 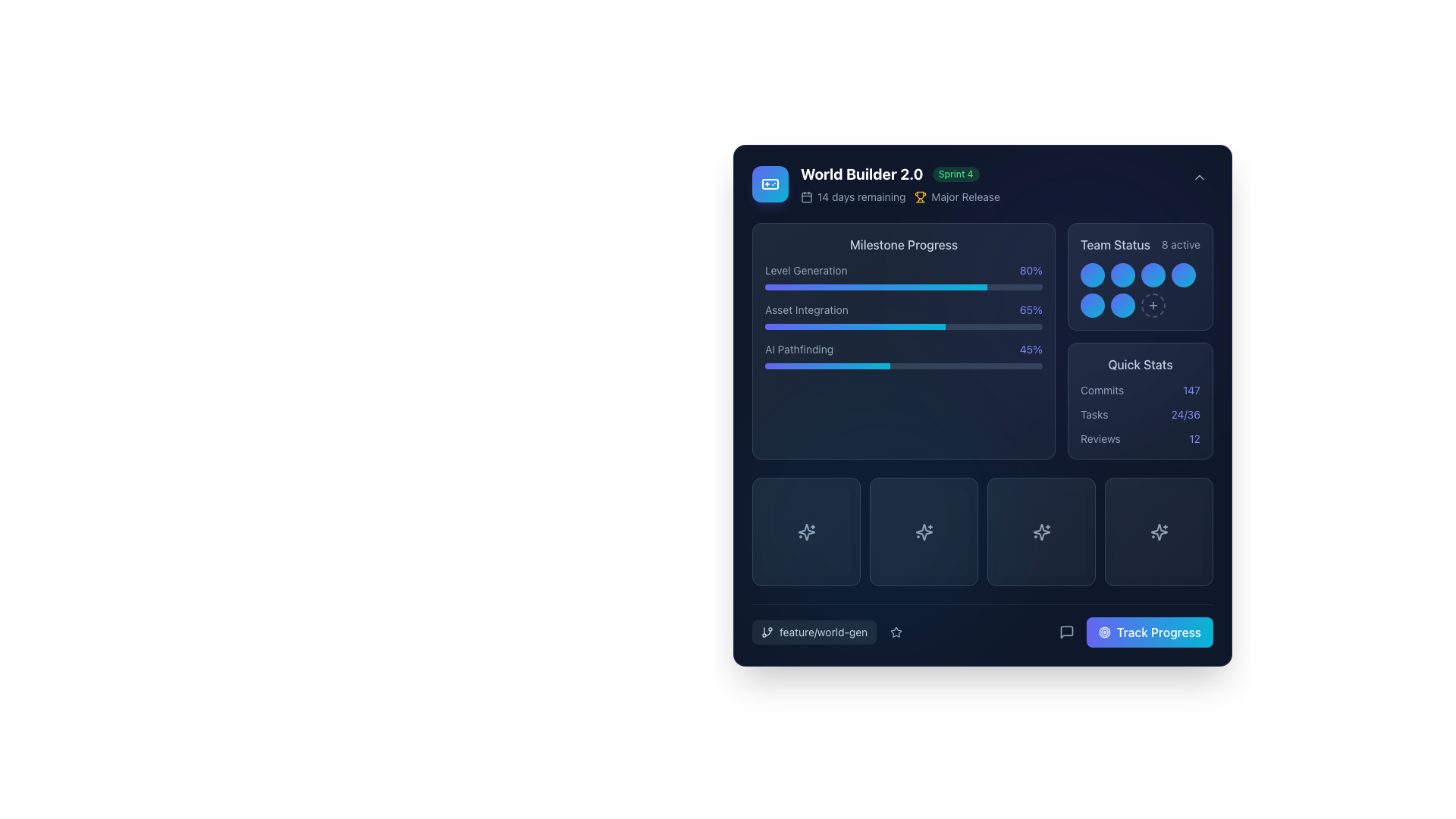 What do you see at coordinates (920, 194) in the screenshot?
I see `the trophy-like amber icon located at the top right of the World Builder dashboard, which signifies achievement` at bounding box center [920, 194].